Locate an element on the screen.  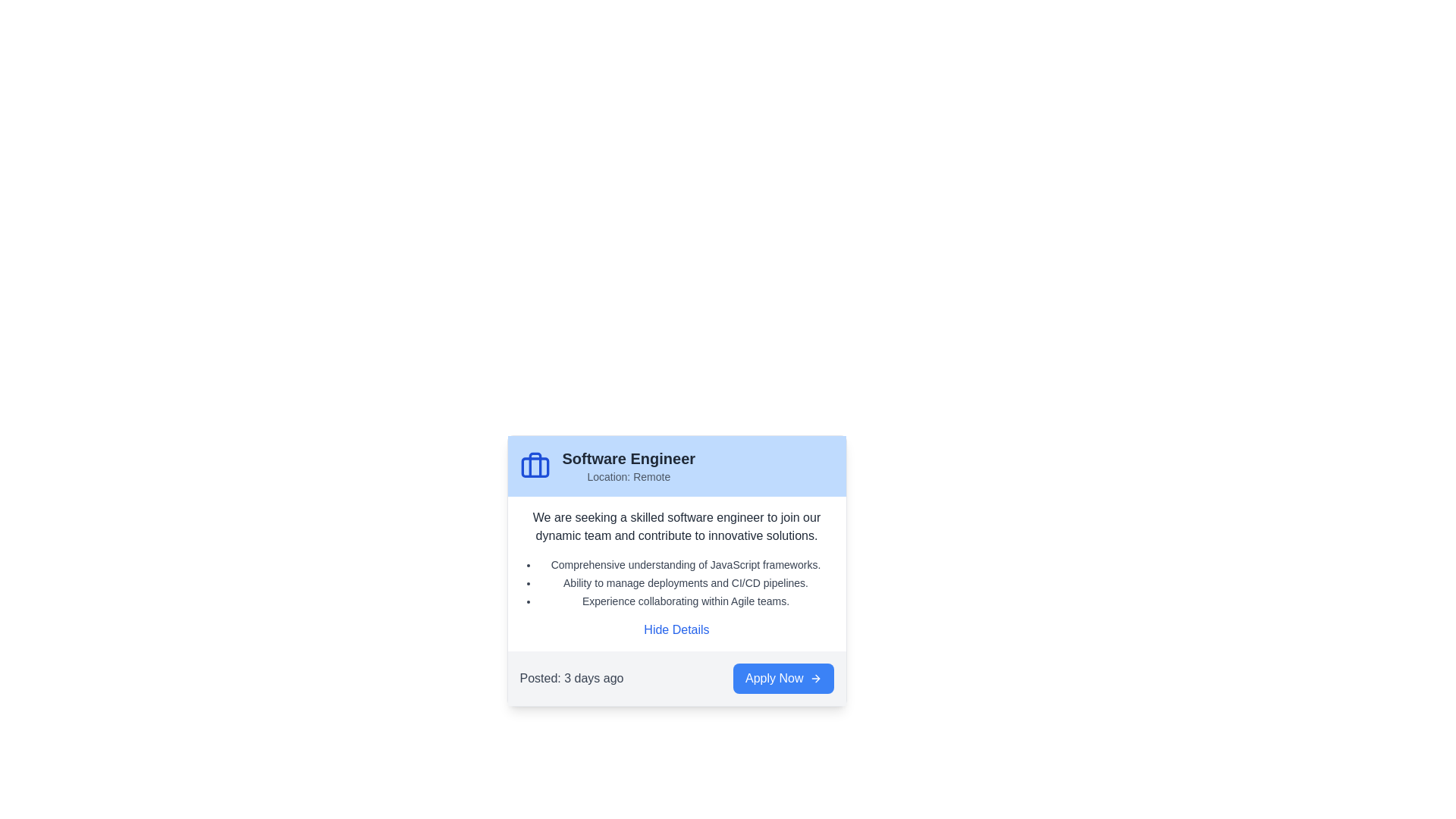
the first item in the bulleted list of key responsibilities for the job position is located at coordinates (685, 564).